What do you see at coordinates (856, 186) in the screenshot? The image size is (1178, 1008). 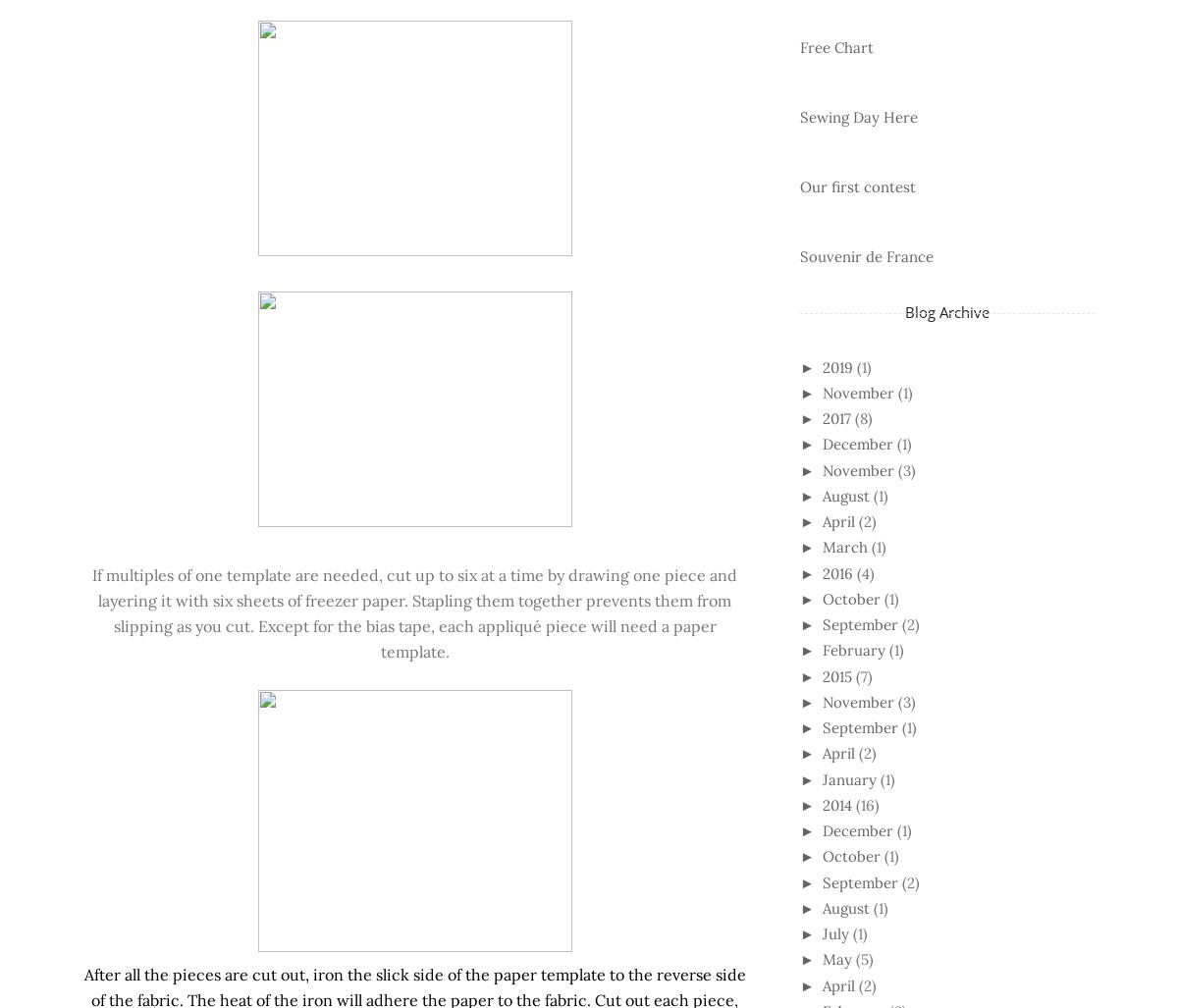 I see `'Our first contest'` at bounding box center [856, 186].